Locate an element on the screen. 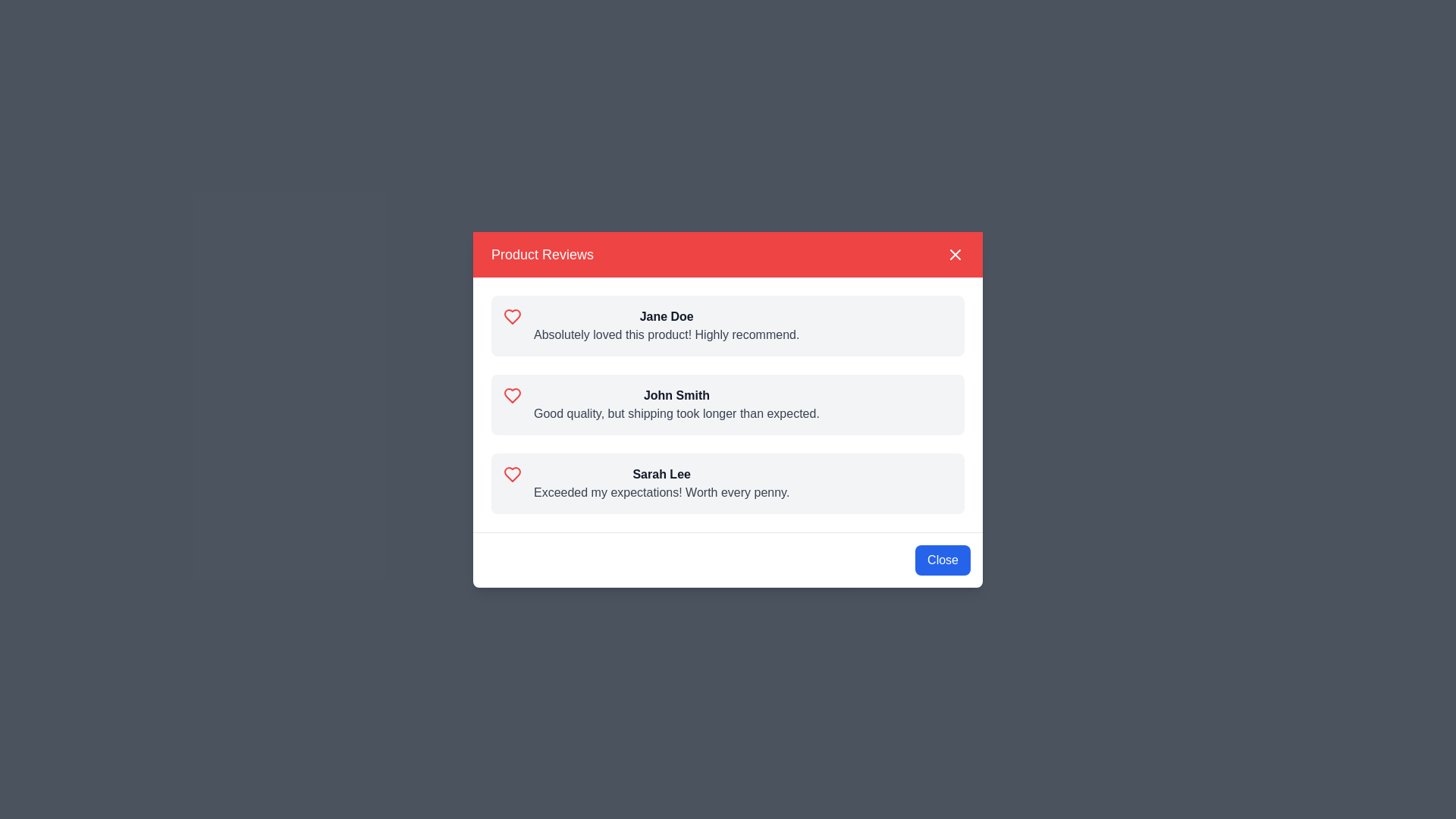 The height and width of the screenshot is (819, 1456). the heart icon next to the review by Jane Doe is located at coordinates (513, 315).